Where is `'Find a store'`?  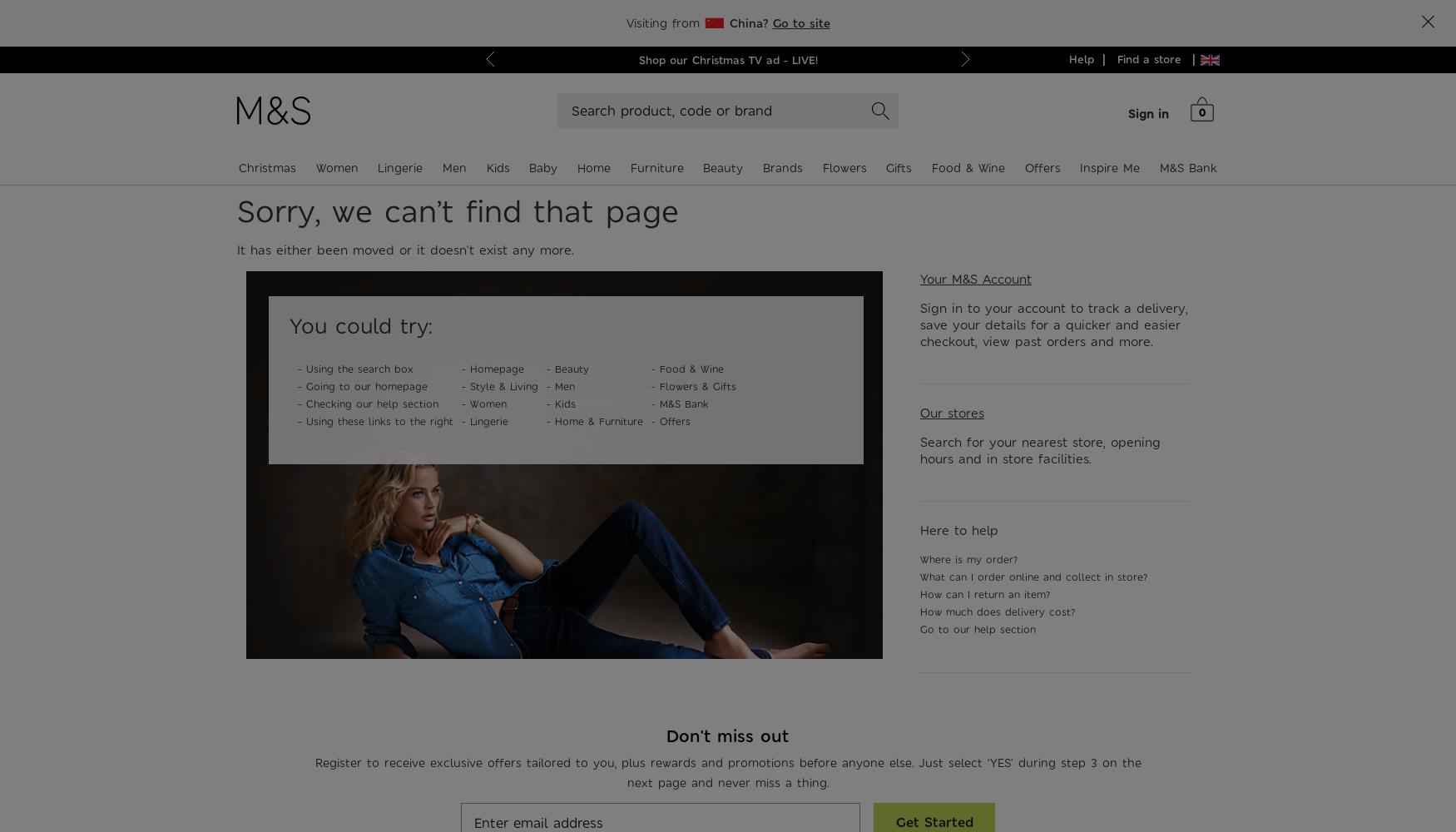 'Find a store' is located at coordinates (1147, 58).